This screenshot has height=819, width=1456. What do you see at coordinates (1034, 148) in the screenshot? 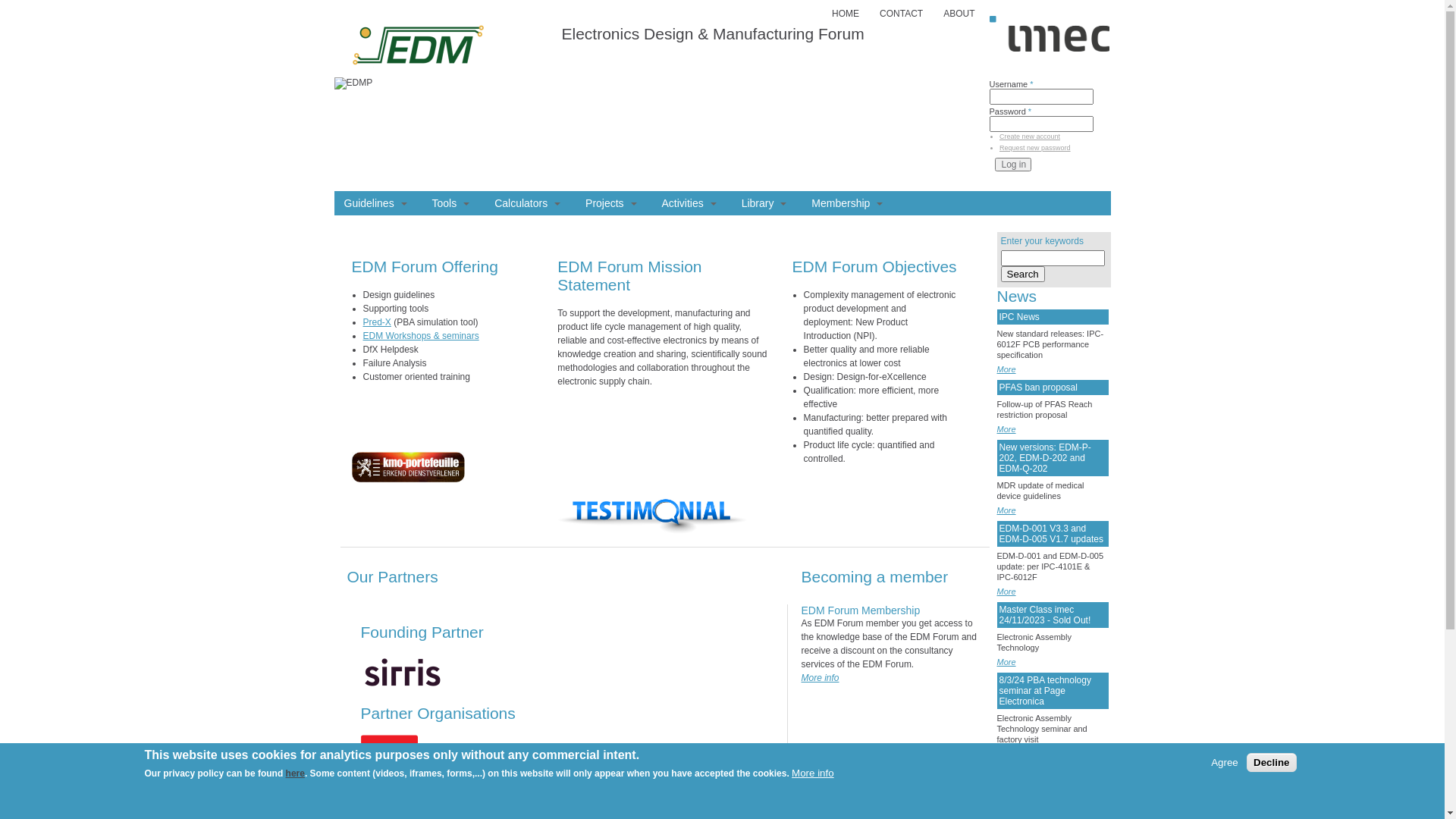
I see `'Request new password'` at bounding box center [1034, 148].